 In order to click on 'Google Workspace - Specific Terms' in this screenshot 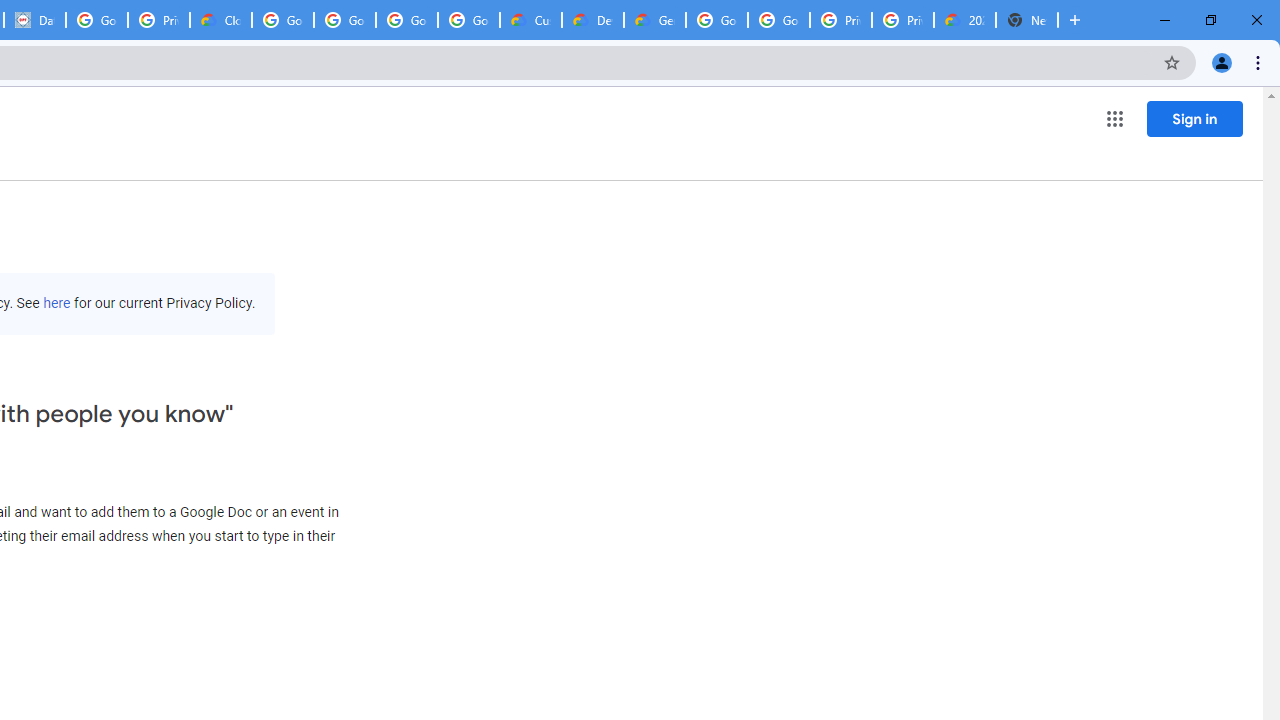, I will do `click(406, 20)`.